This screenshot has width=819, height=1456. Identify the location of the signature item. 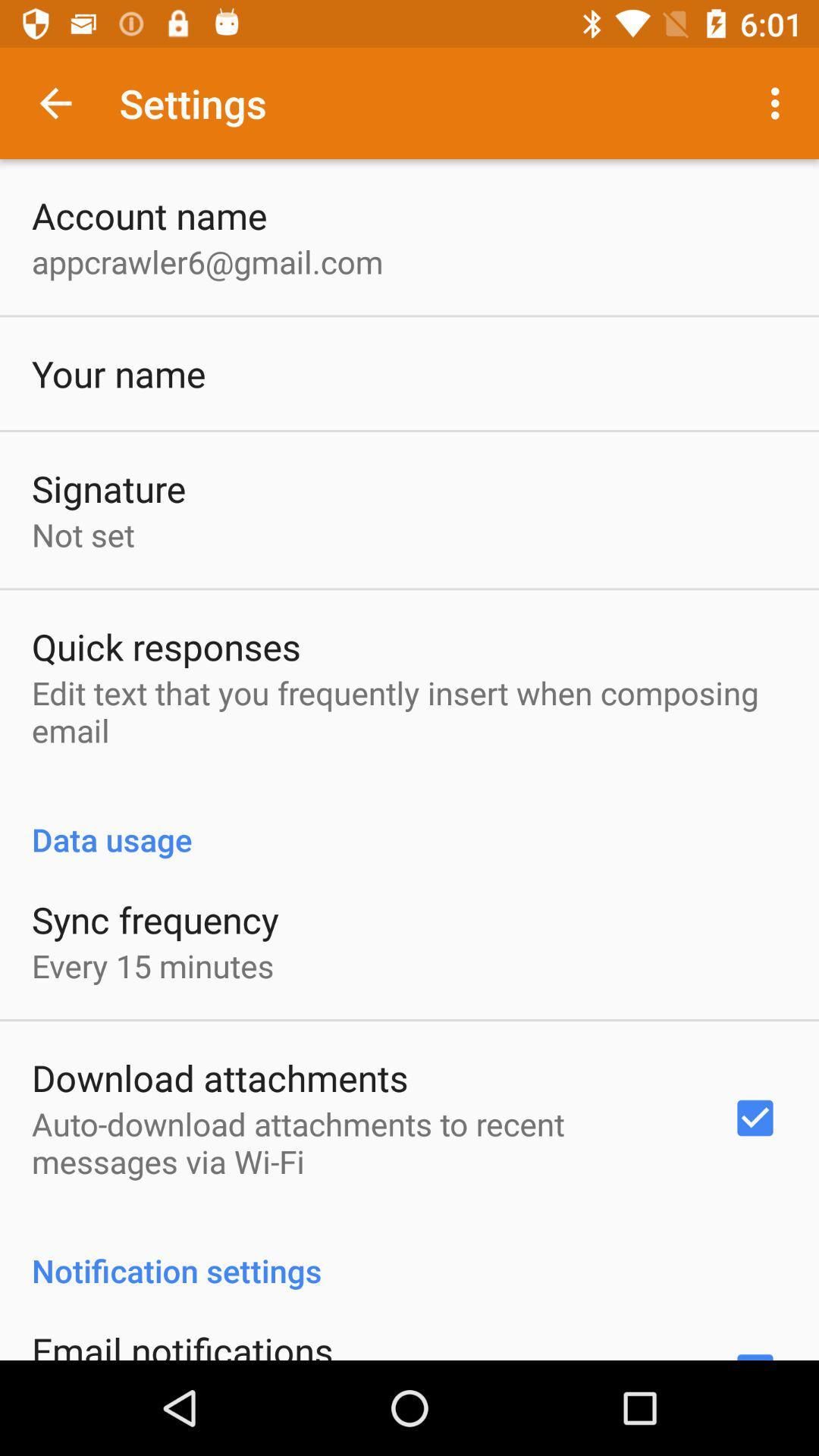
(108, 488).